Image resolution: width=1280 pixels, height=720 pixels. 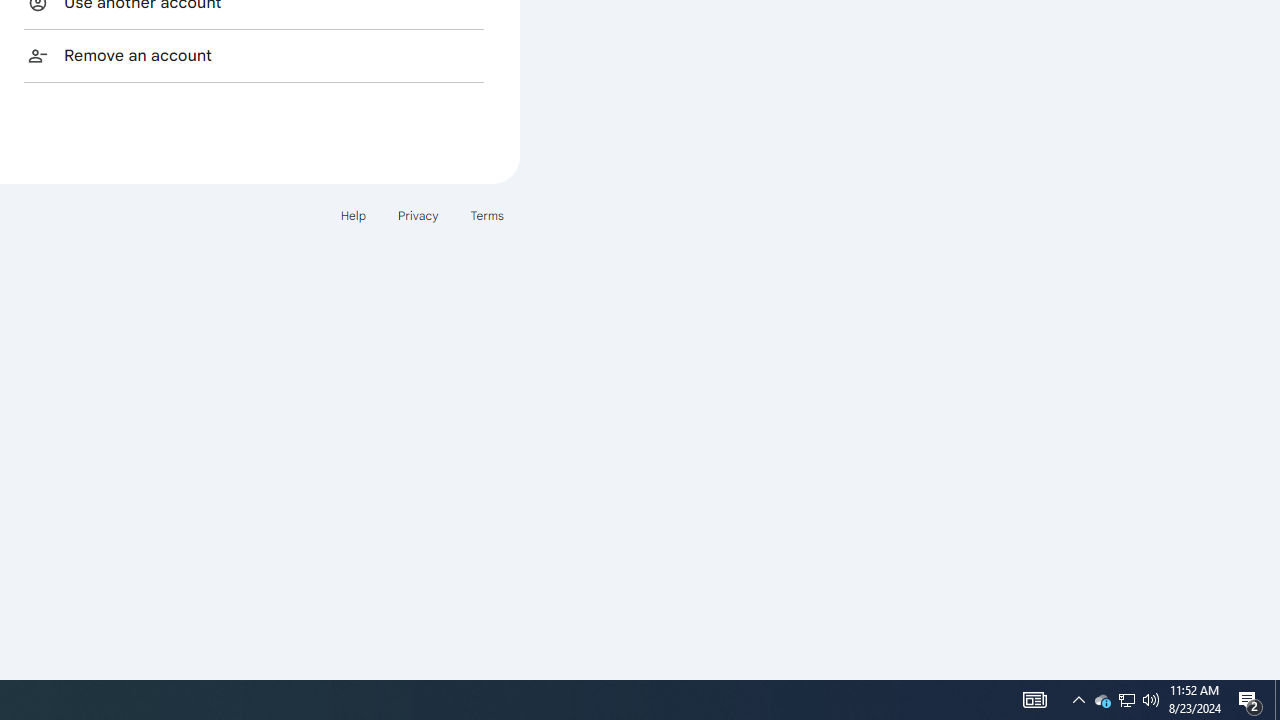 I want to click on 'Help', so click(x=352, y=215).